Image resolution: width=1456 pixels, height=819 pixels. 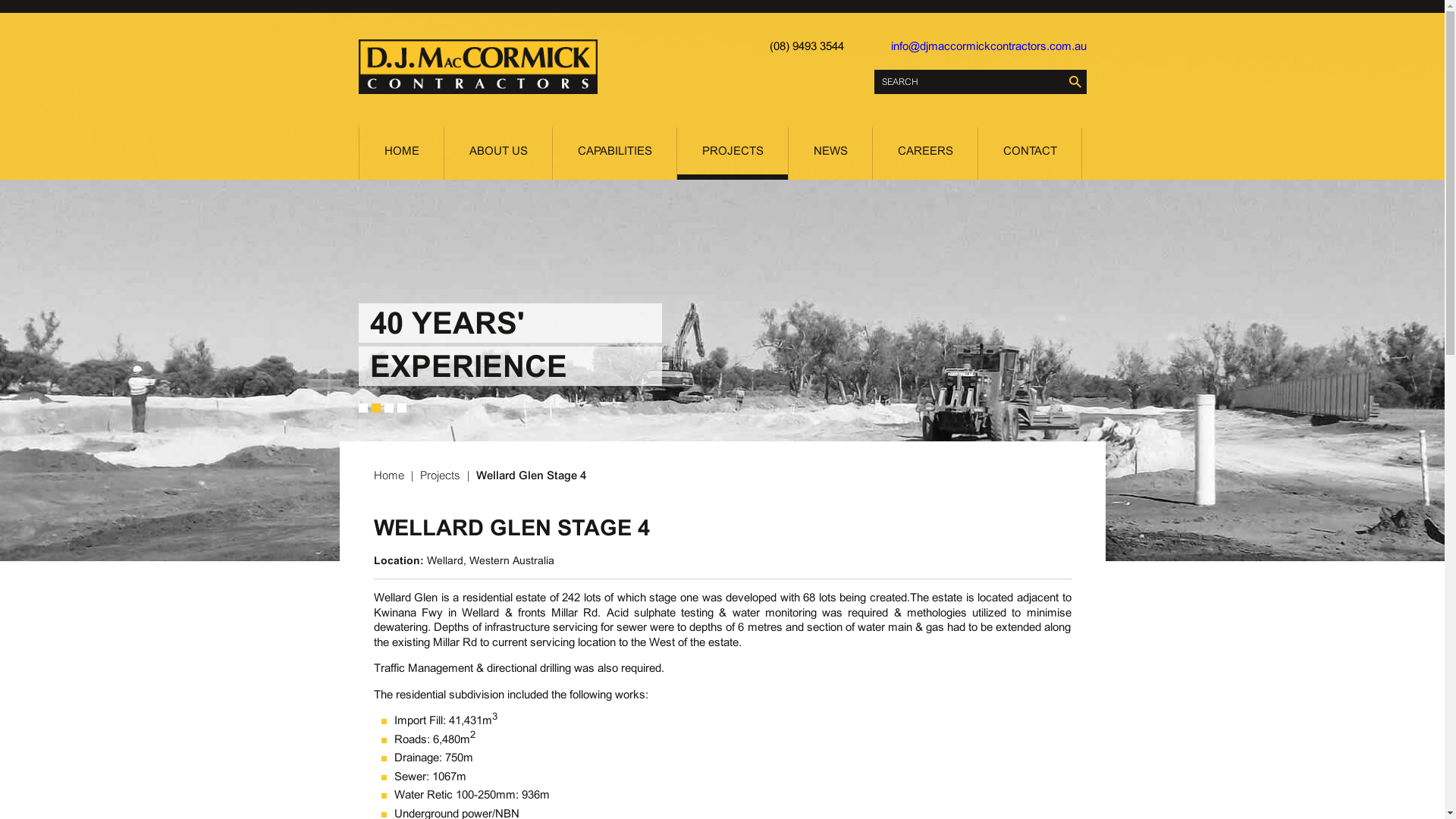 I want to click on 'CAPABILITIES', so click(x=613, y=153).